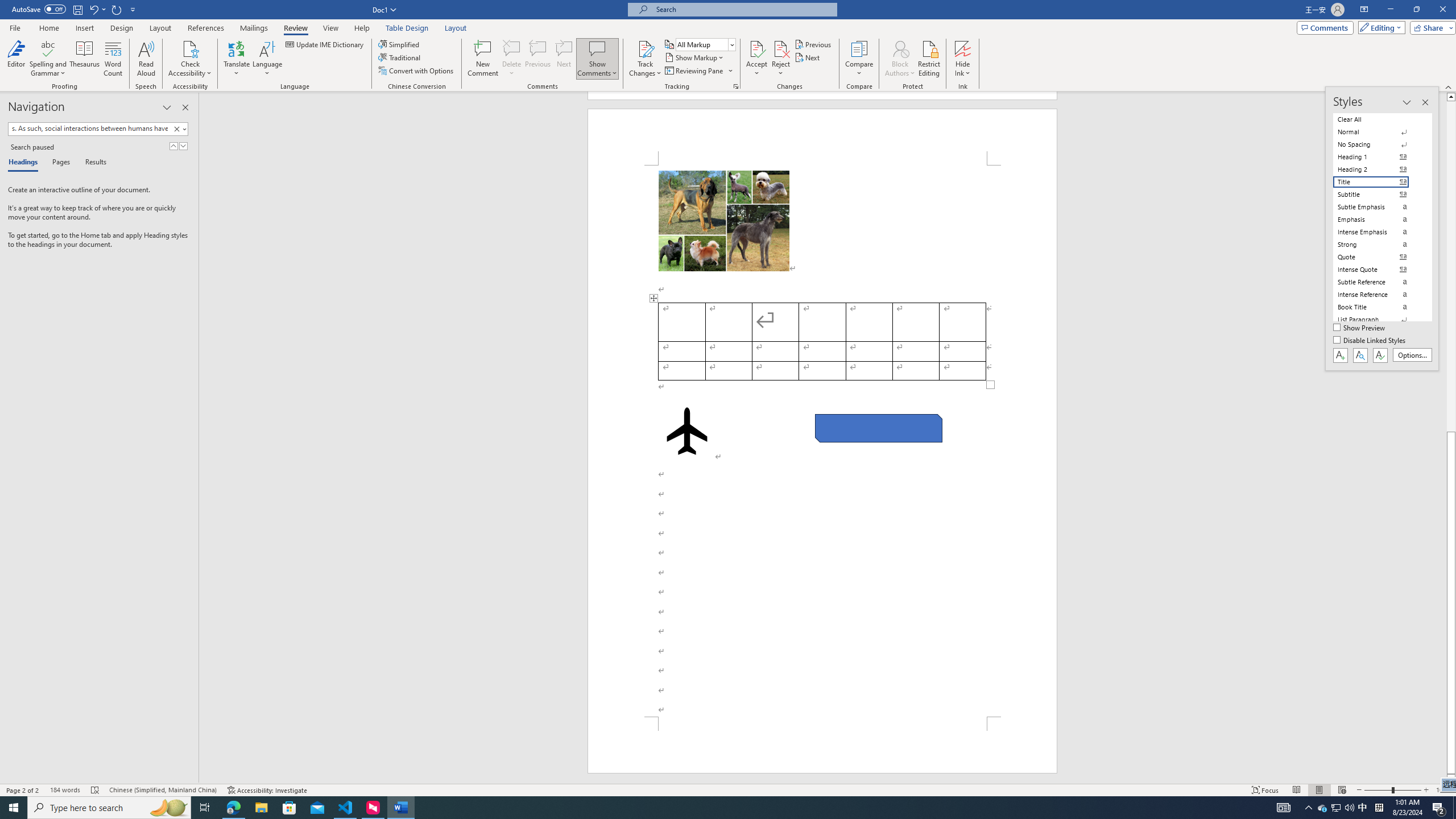 The height and width of the screenshot is (819, 1456). Describe the element at coordinates (1378, 282) in the screenshot. I see `'Subtle Reference'` at that location.